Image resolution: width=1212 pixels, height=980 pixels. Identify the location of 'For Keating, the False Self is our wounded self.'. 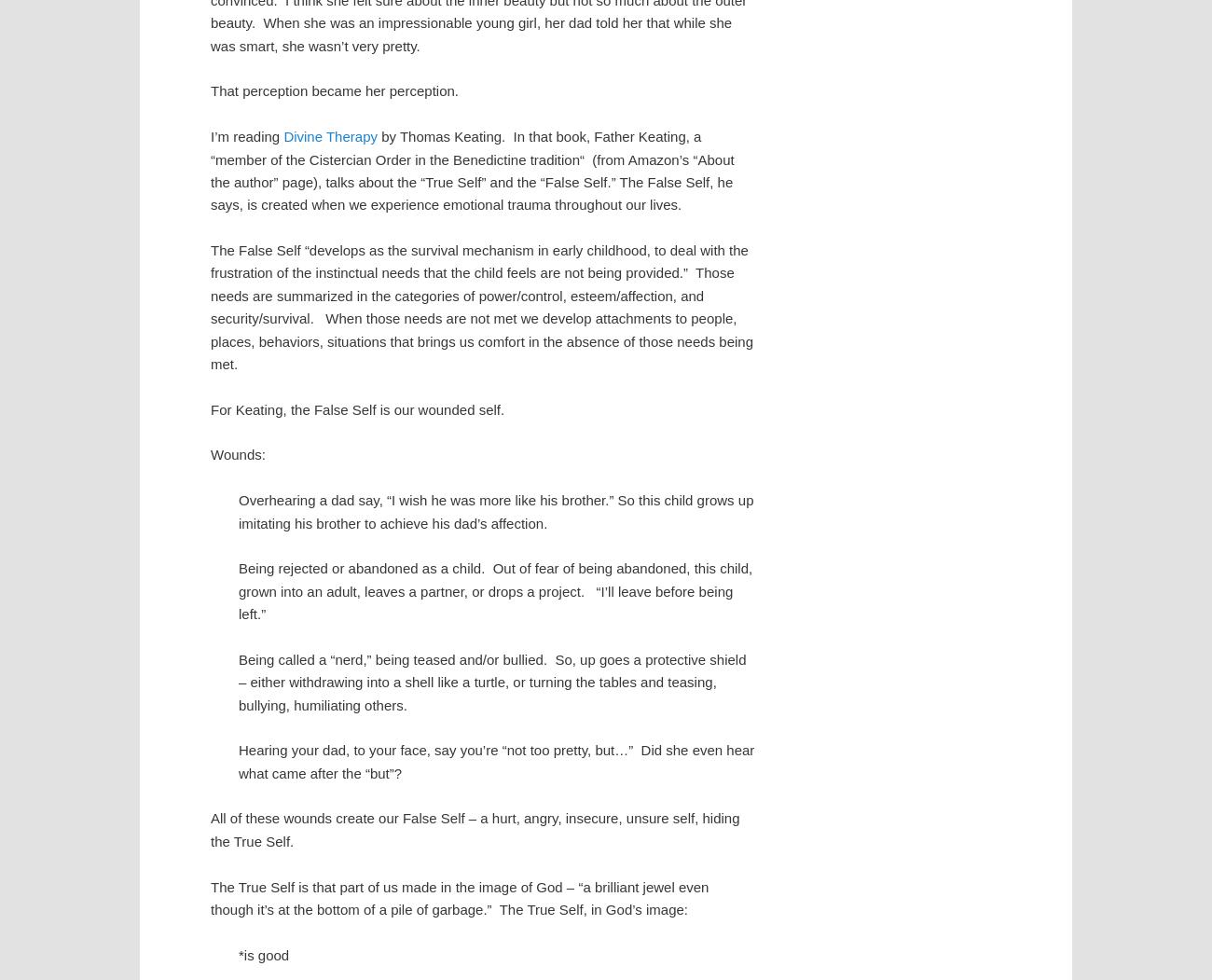
(357, 408).